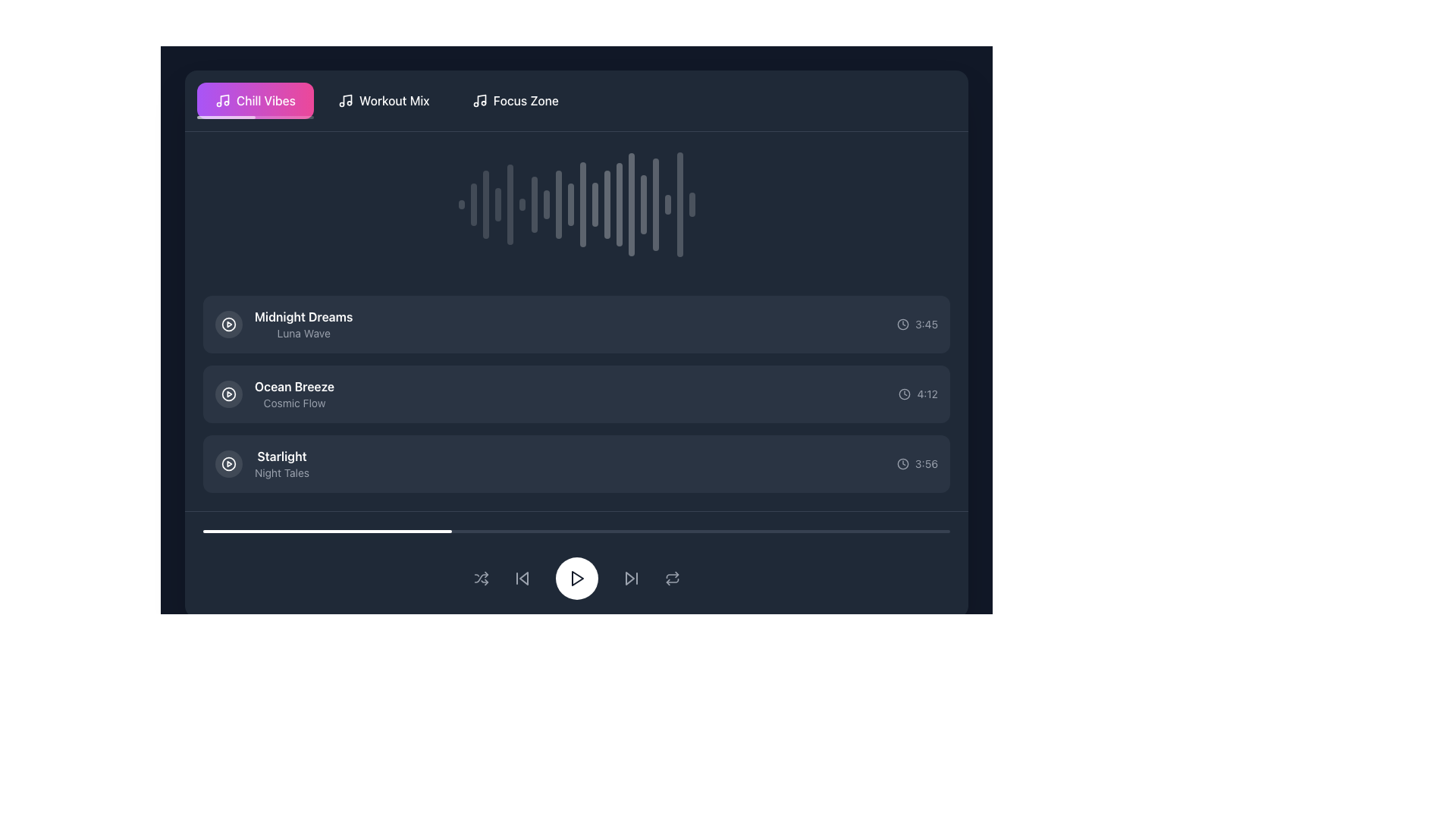  Describe the element at coordinates (303, 332) in the screenshot. I see `the text element displaying 'Luna Wave', which is styled in light gray on a dark background and located below 'Midnight Dreams' in the playlist` at that location.